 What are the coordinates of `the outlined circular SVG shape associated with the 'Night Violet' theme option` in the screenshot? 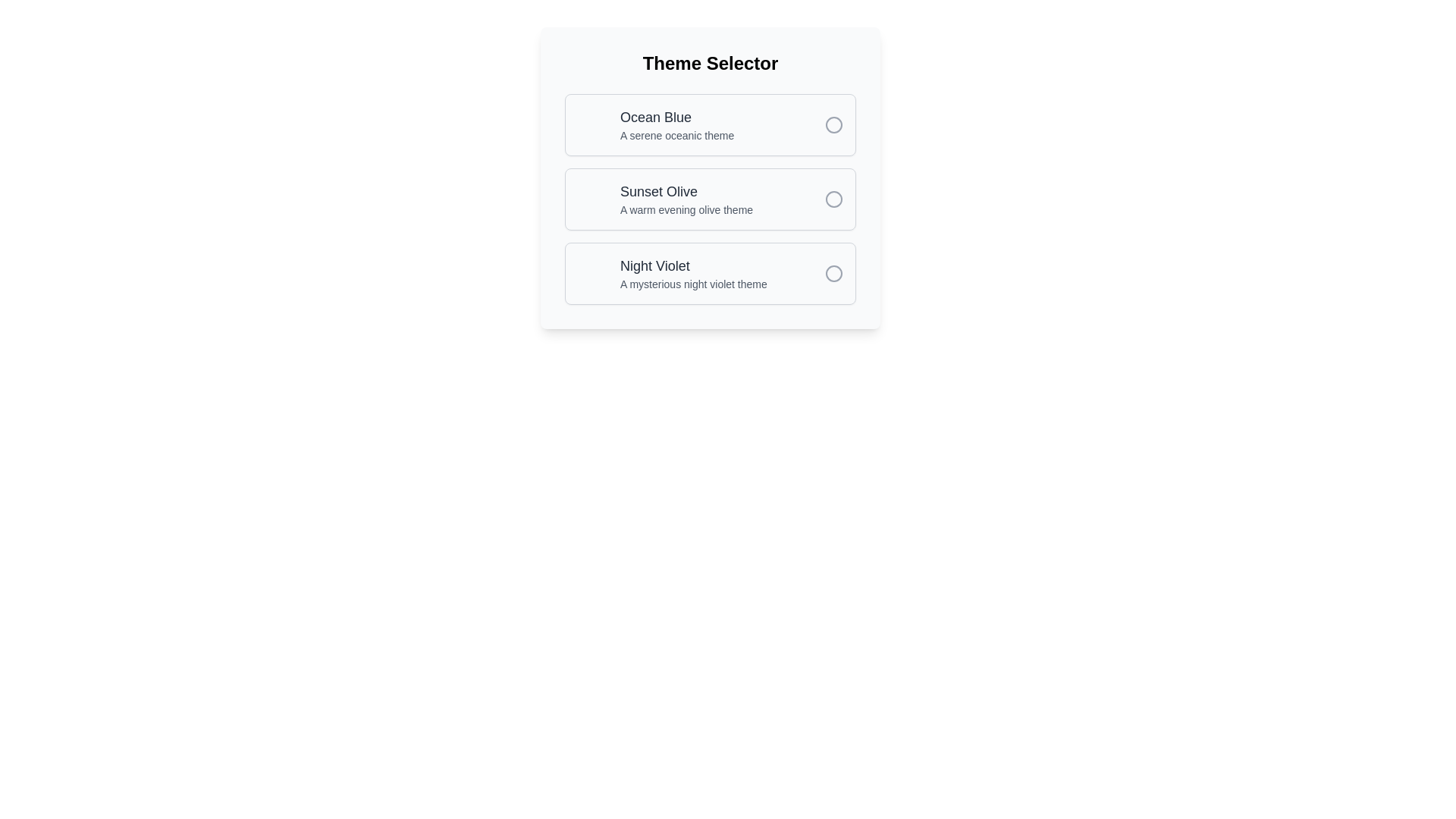 It's located at (833, 274).